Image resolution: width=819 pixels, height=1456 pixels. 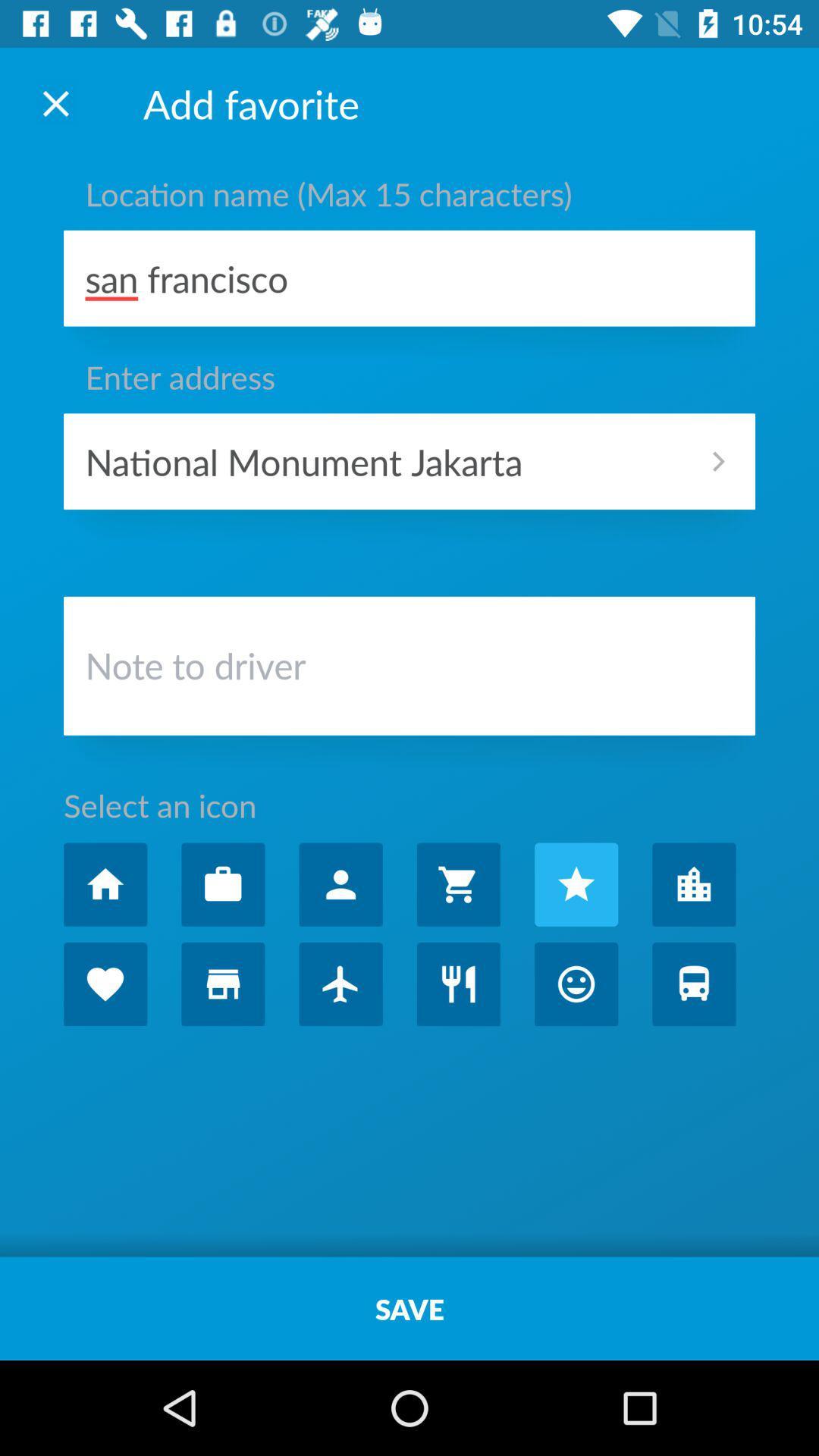 I want to click on note for this entry, so click(x=409, y=669).